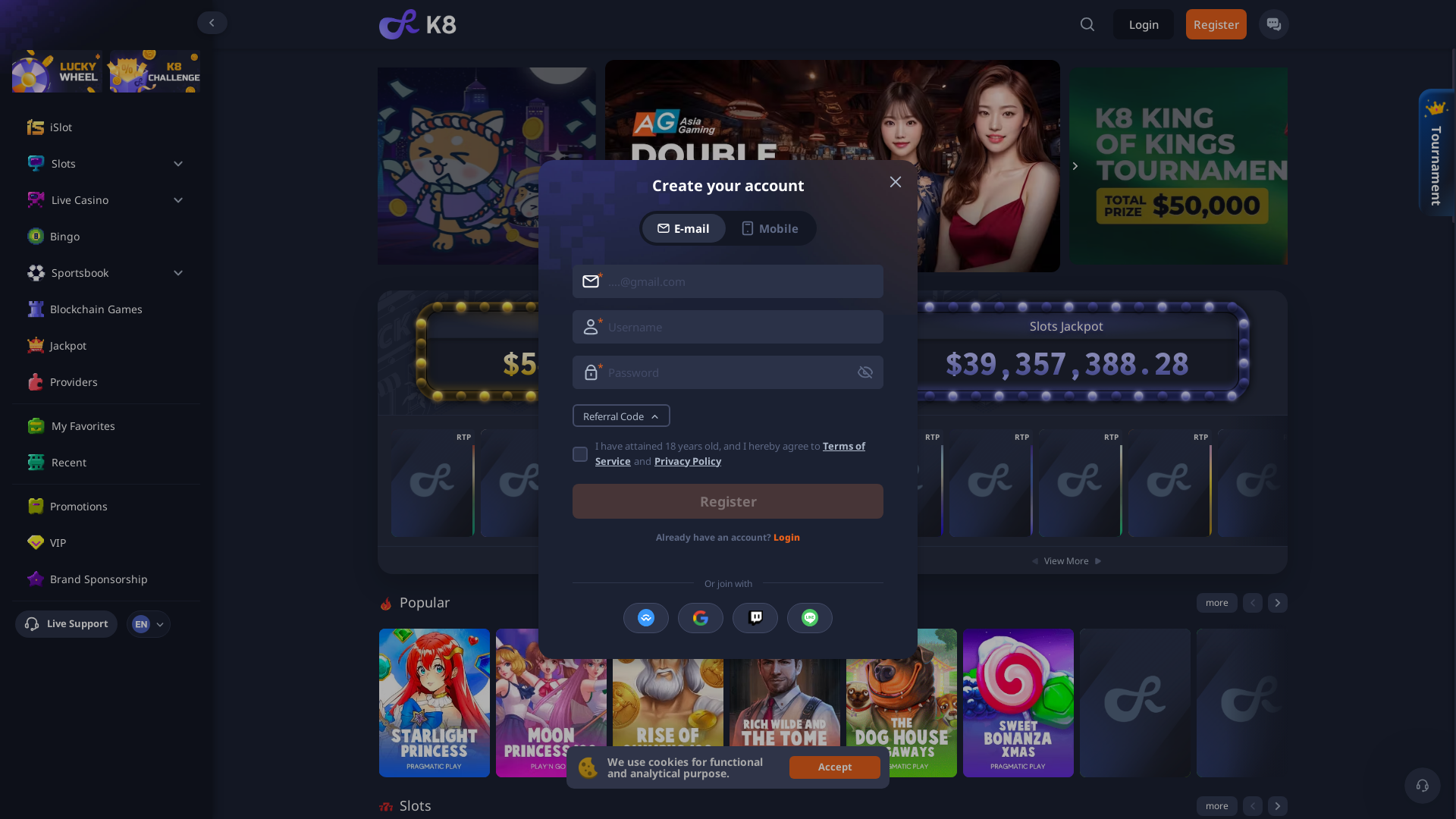  I want to click on 'Sherwood Coins: Hold and Win', so click(1080, 482).